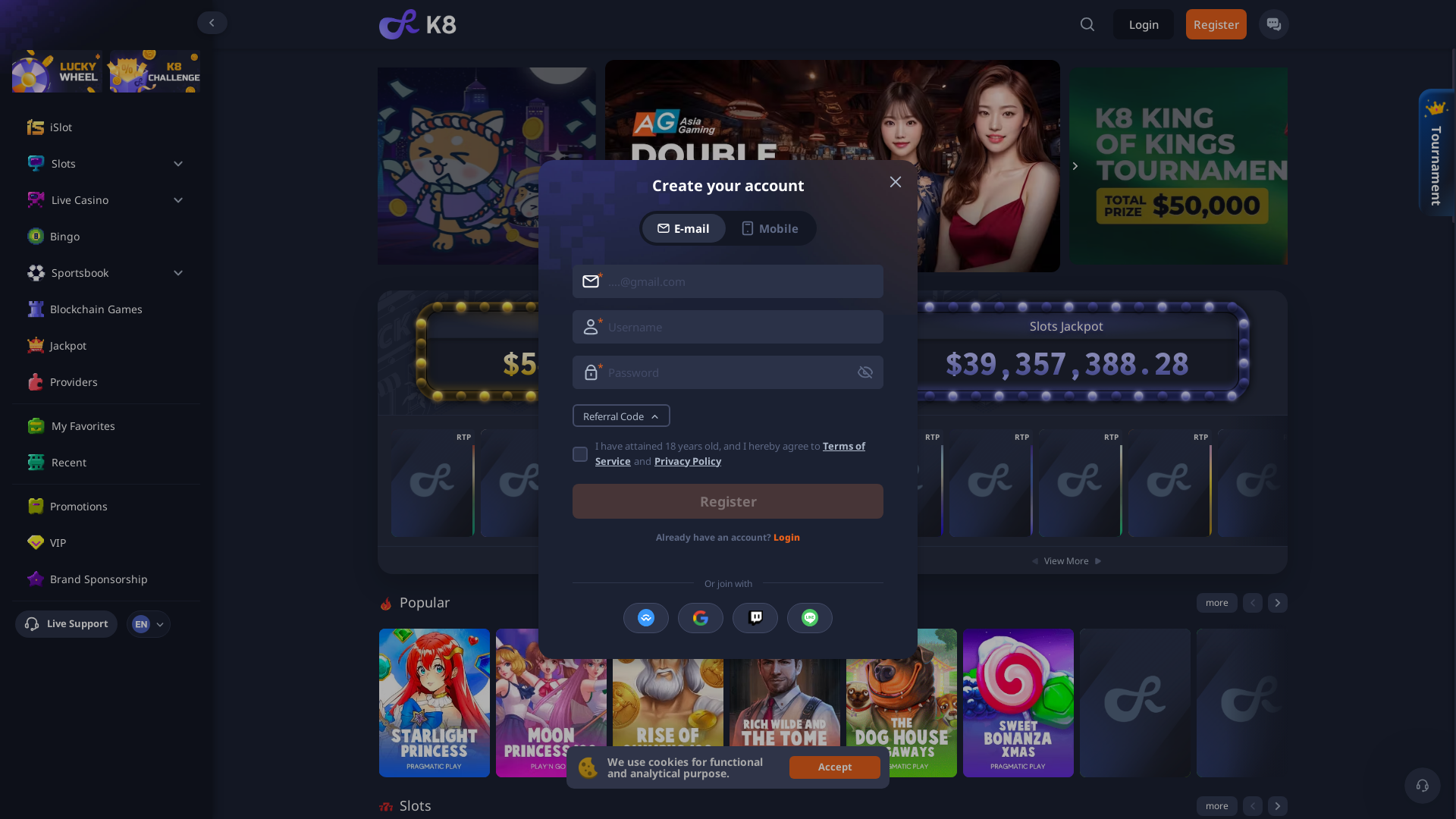  I want to click on 'Sherwood Coins: Hold and Win', so click(1080, 482).